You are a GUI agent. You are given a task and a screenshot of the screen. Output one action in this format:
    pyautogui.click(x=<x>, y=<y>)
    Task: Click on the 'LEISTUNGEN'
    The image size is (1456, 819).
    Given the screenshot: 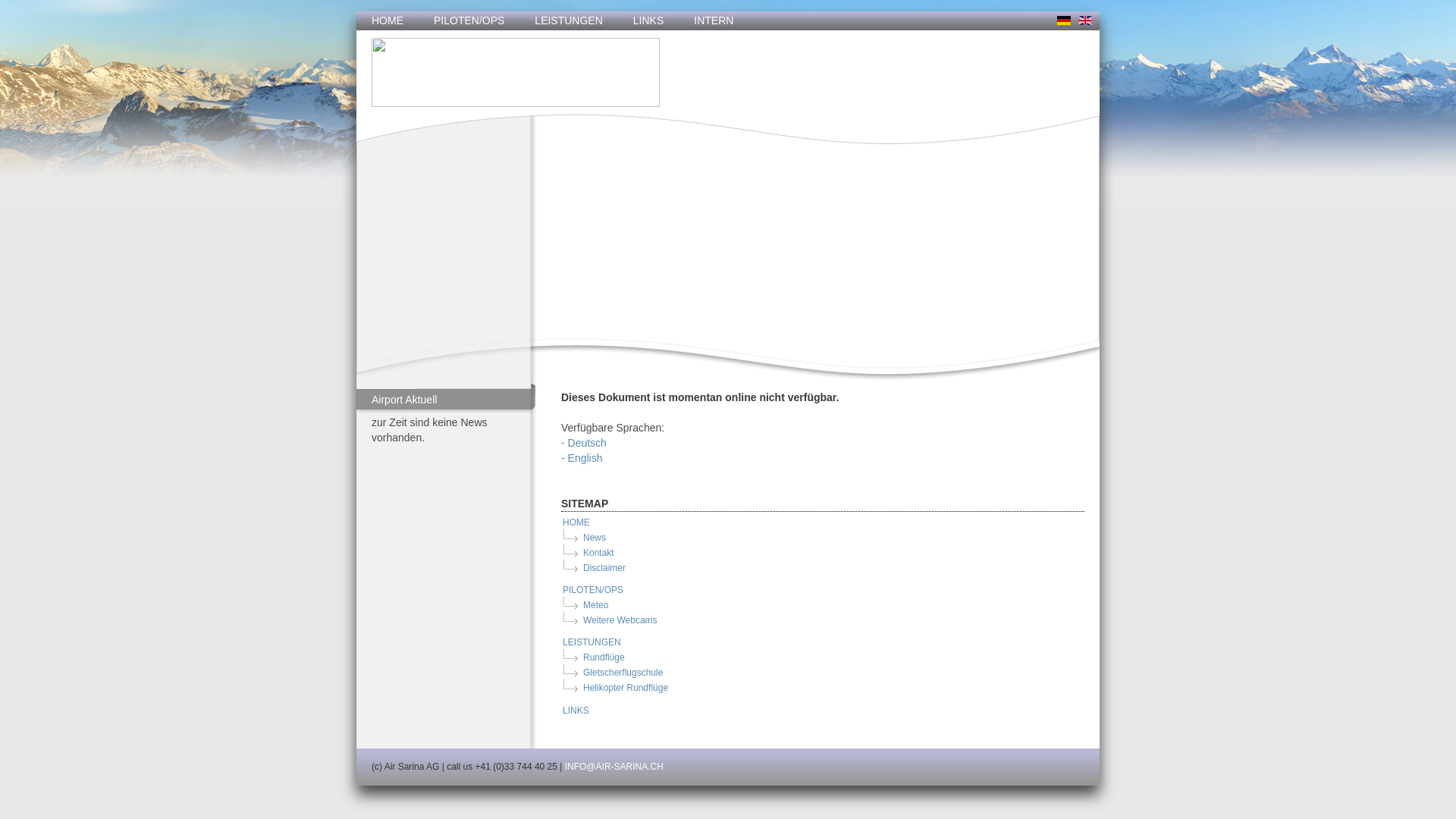 What is the action you would take?
    pyautogui.click(x=590, y=642)
    